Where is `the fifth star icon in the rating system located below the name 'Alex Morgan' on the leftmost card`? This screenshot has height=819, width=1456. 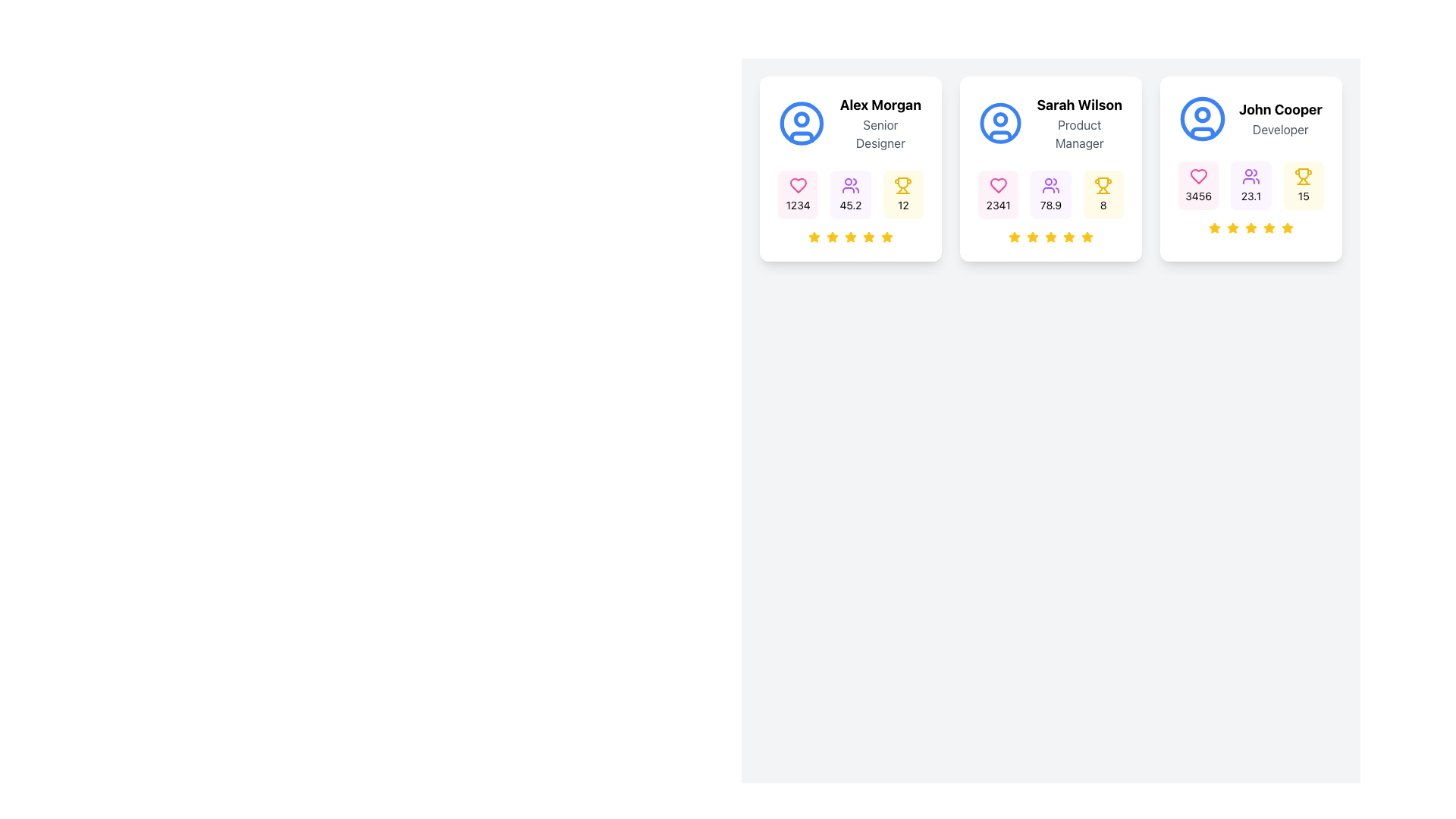 the fifth star icon in the rating system located below the name 'Alex Morgan' on the leftmost card is located at coordinates (814, 237).